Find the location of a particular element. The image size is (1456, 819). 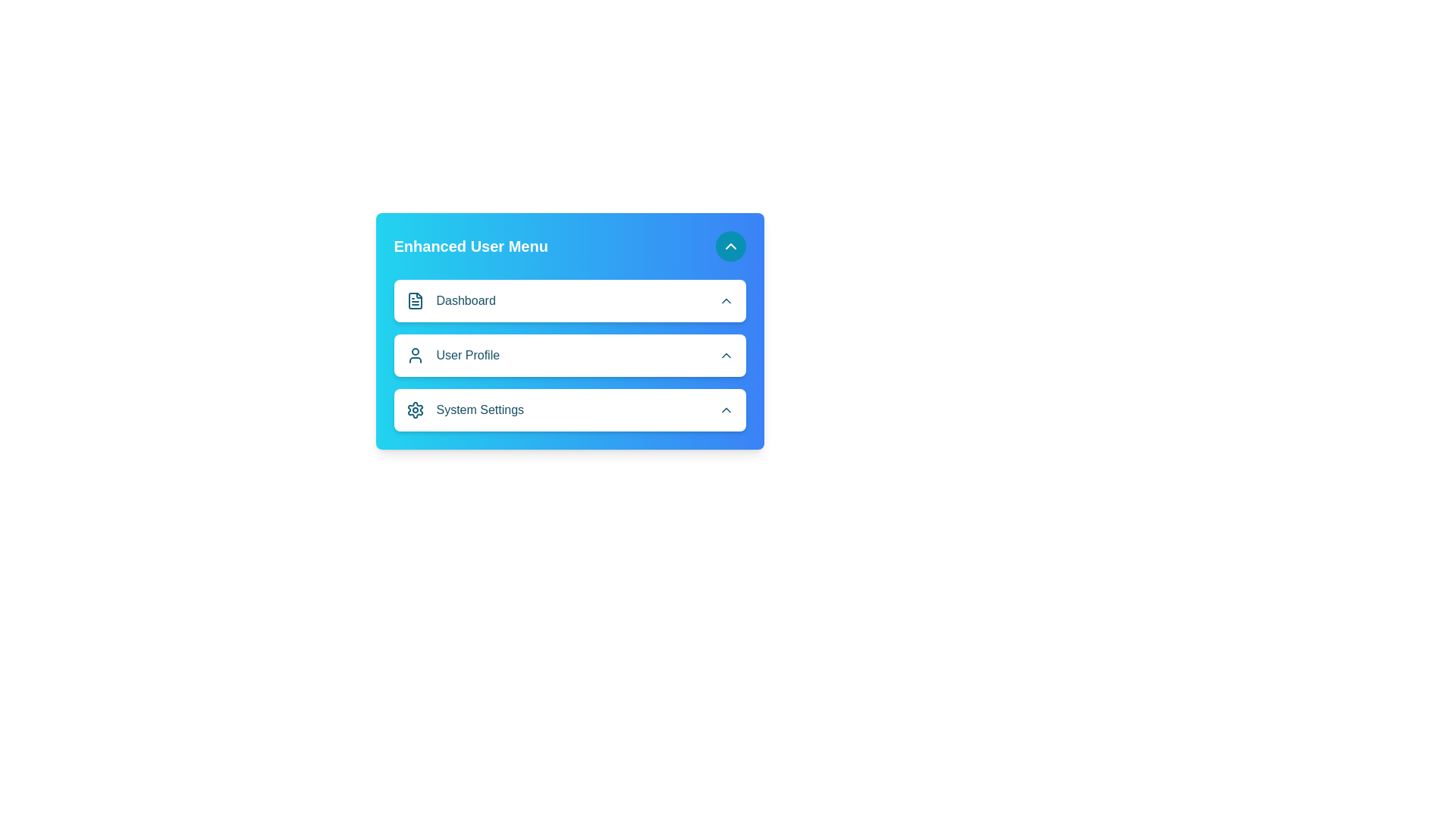

the document icon with cyan color and rounded edges located within the 'Dashboard' menu item, which is the first element under the 'Enhanced User Menu' is located at coordinates (415, 301).